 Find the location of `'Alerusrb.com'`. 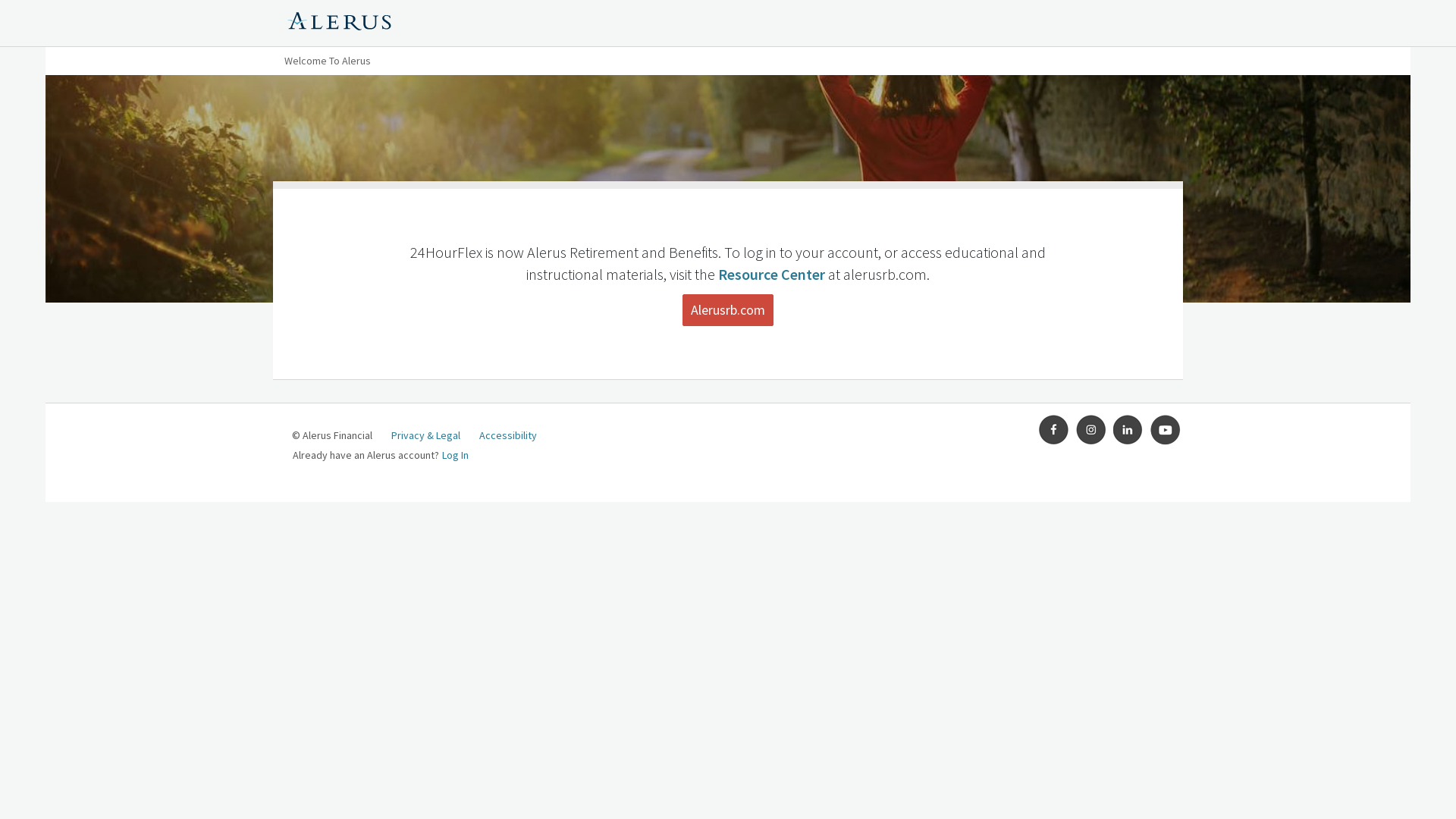

'Alerusrb.com' is located at coordinates (682, 309).